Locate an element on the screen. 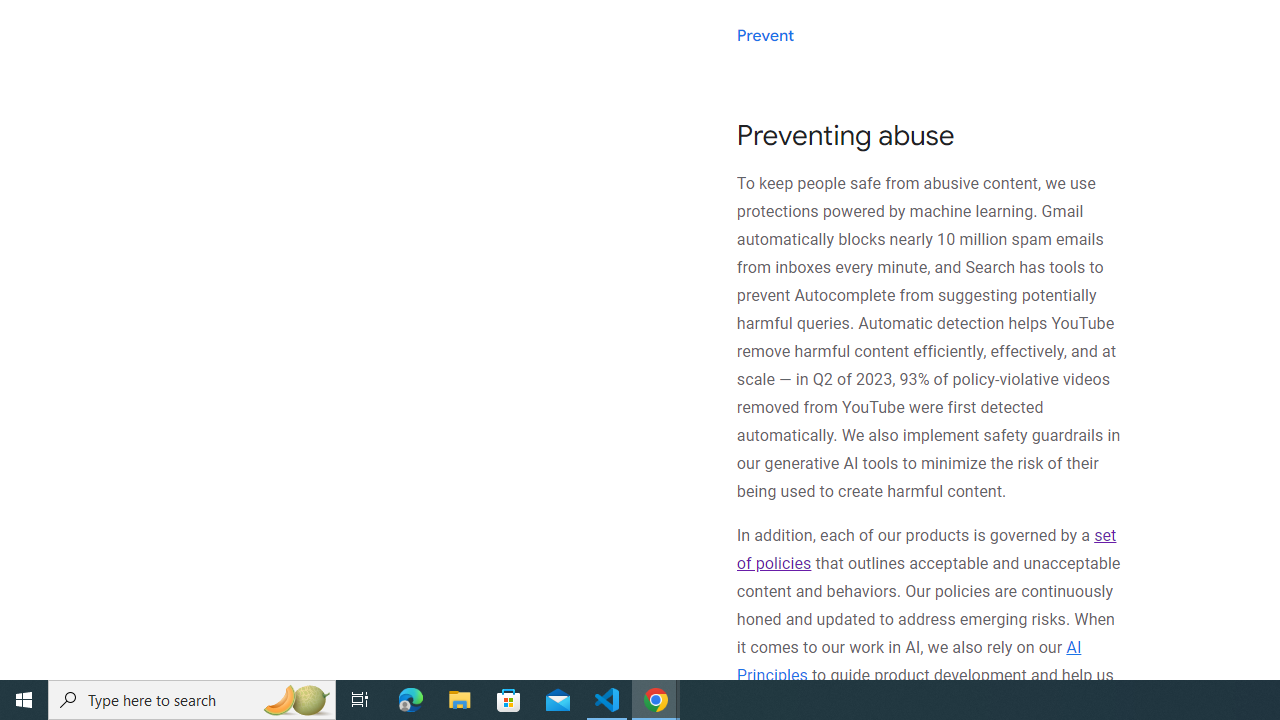 The image size is (1280, 720). 'set of policies' is located at coordinates (925, 549).